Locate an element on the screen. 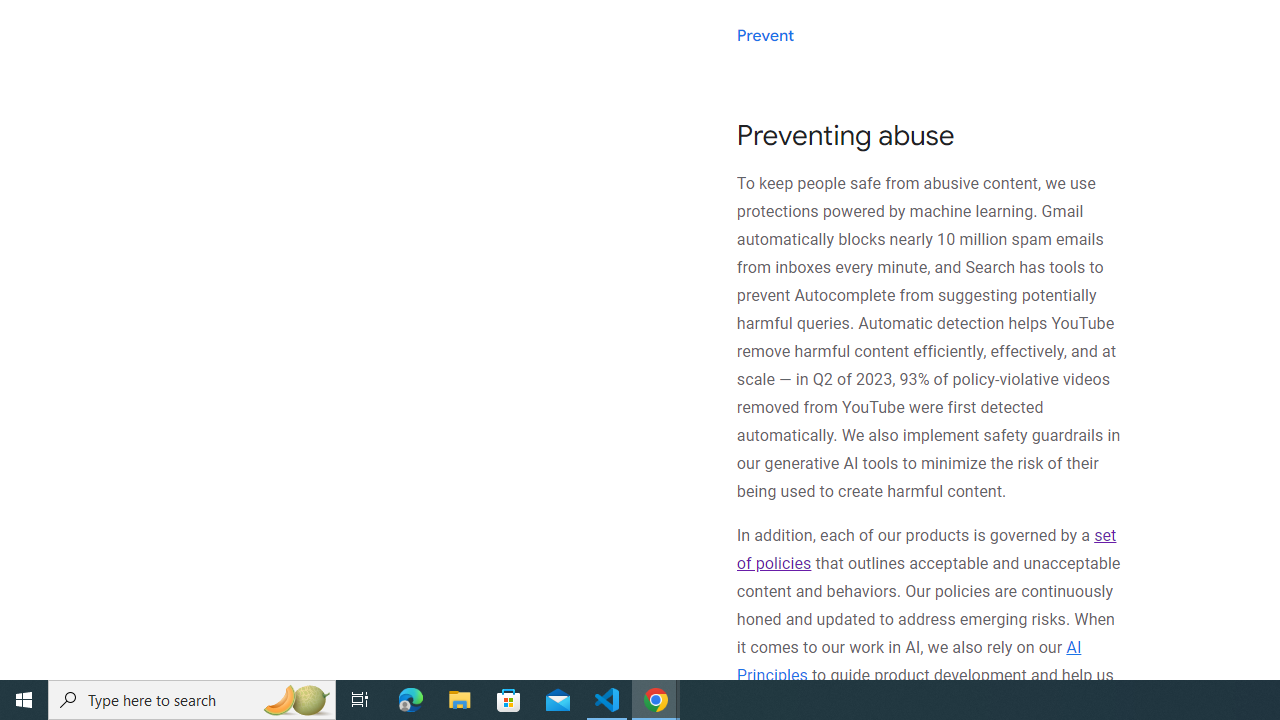 The image size is (1280, 720). 'set of policies' is located at coordinates (925, 549).